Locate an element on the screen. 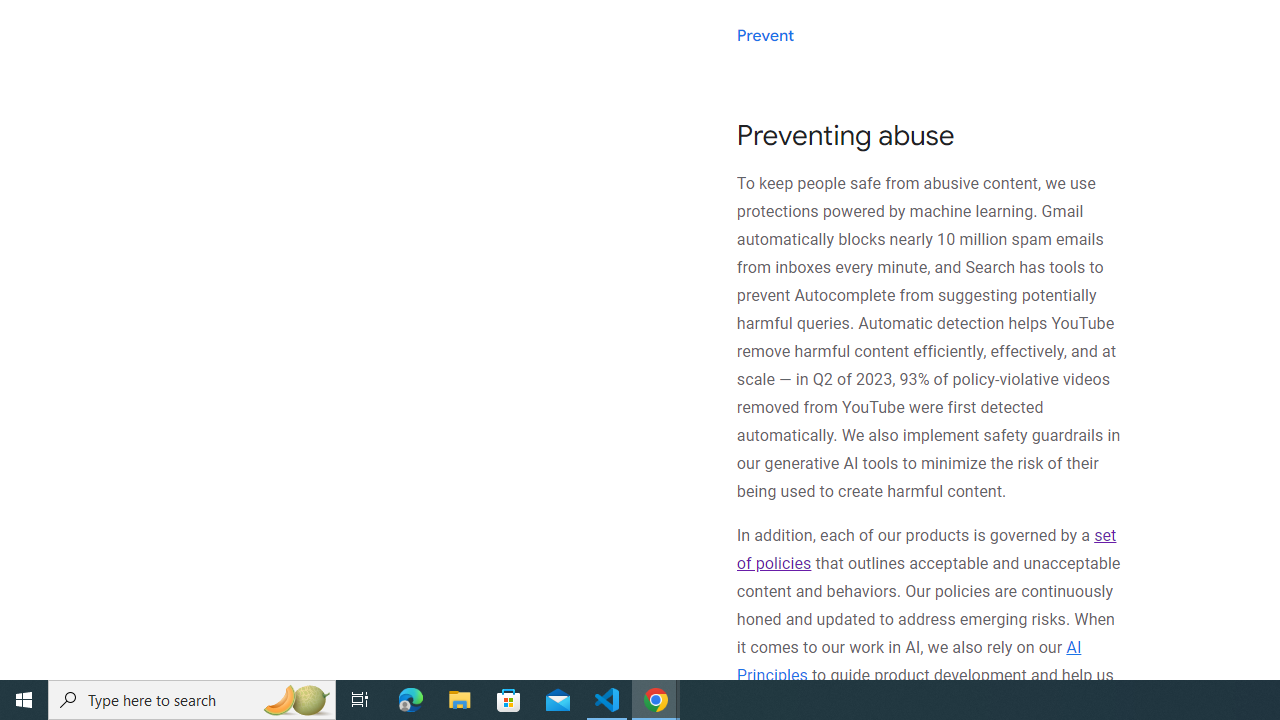 The image size is (1280, 720). 'set of policies' is located at coordinates (925, 549).